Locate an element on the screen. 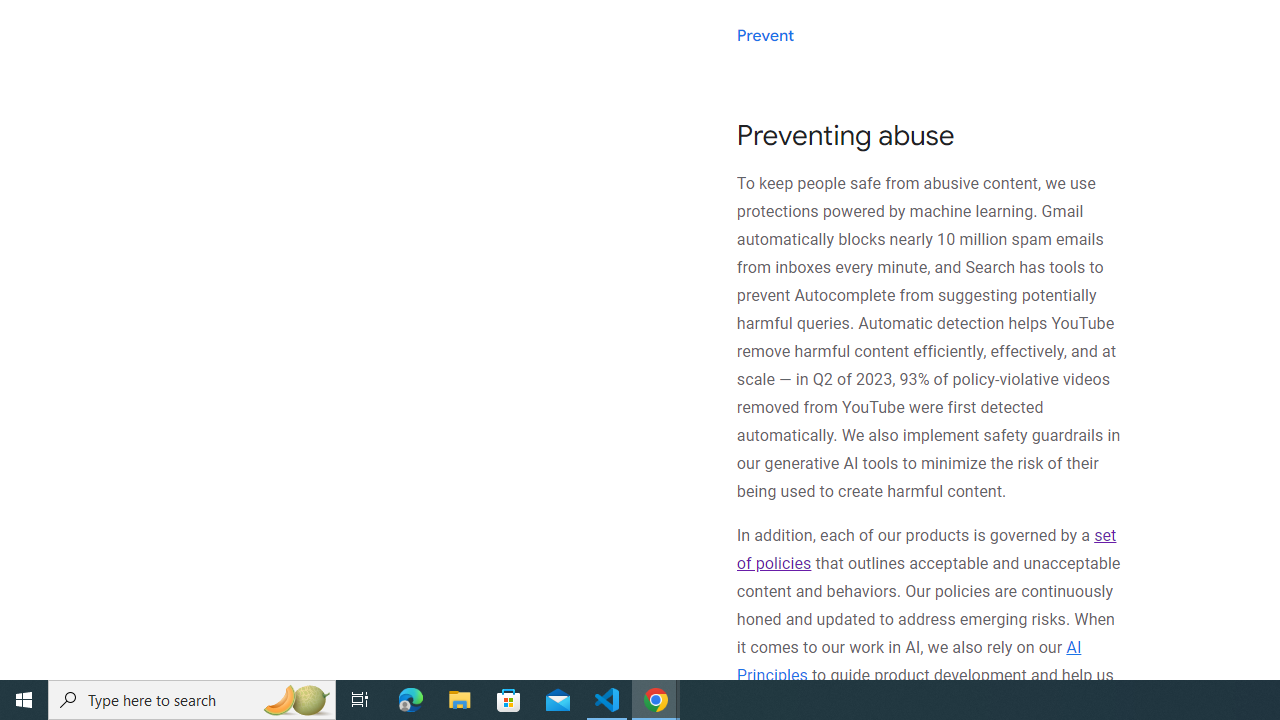 The image size is (1280, 720). 'set of policies' is located at coordinates (925, 549).